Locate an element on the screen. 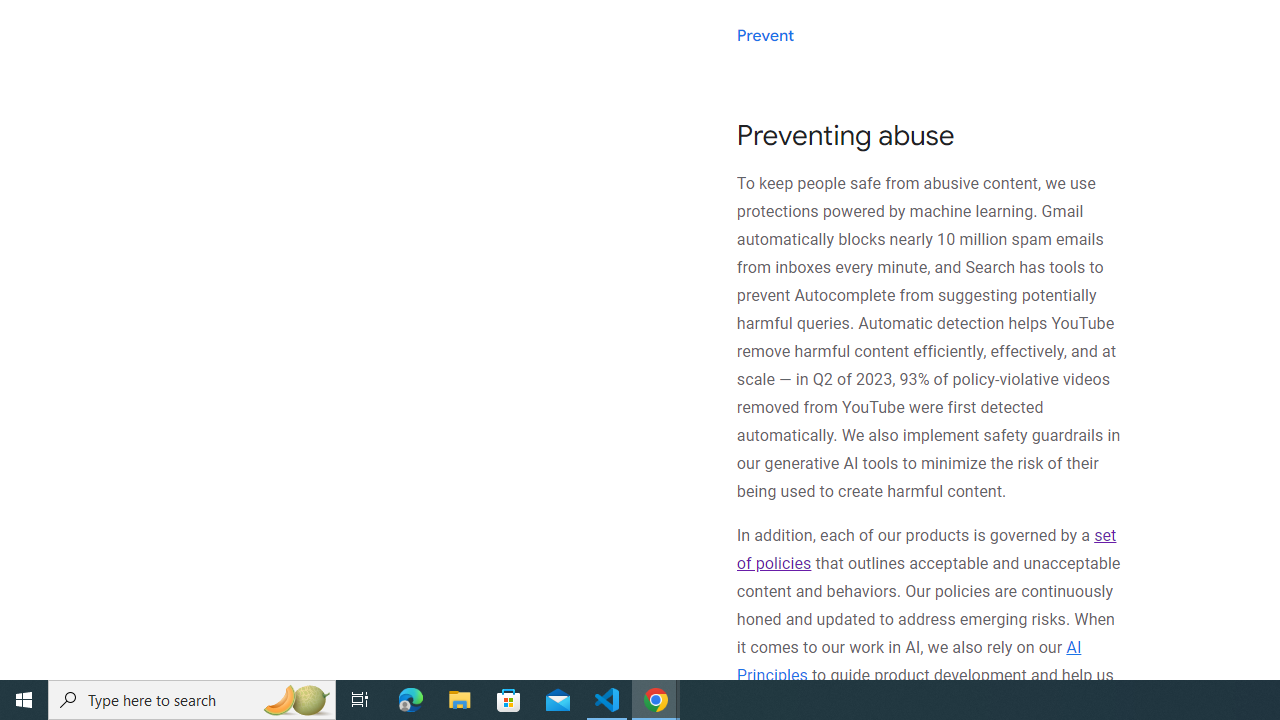 The image size is (1280, 720). 'set of policies' is located at coordinates (925, 549).